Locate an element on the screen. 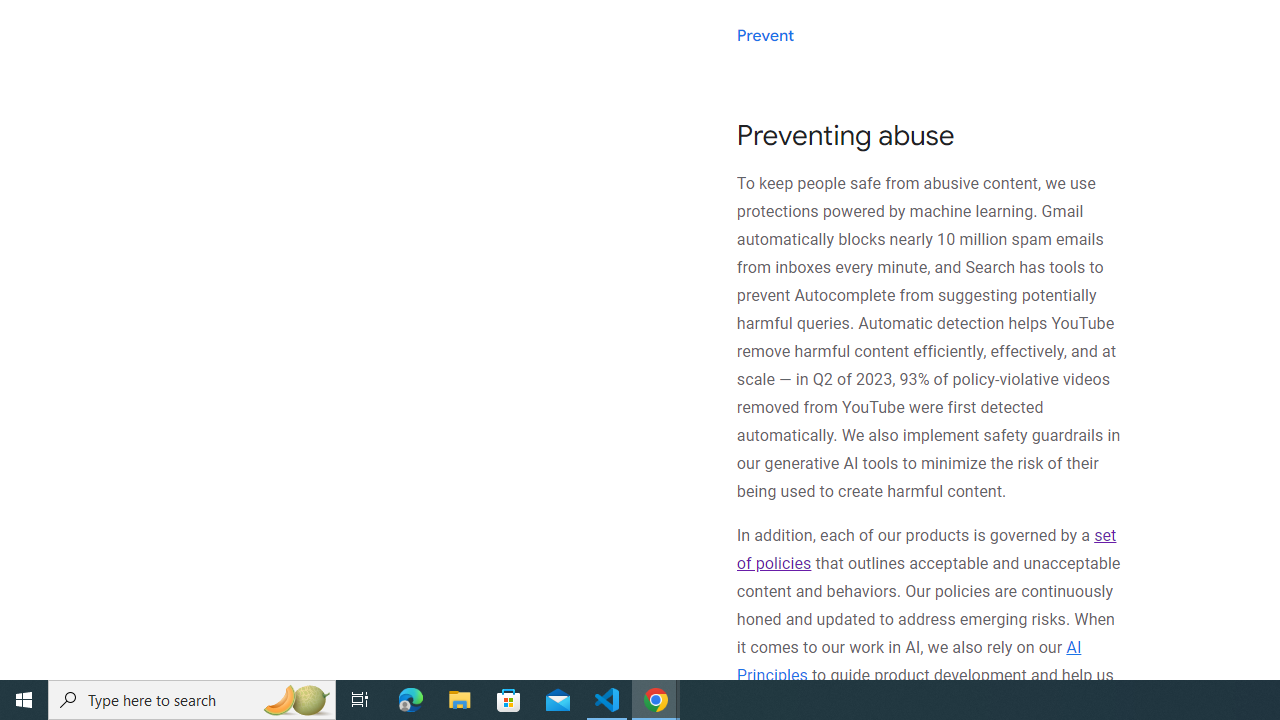 The image size is (1280, 720). 'set of policies' is located at coordinates (925, 549).